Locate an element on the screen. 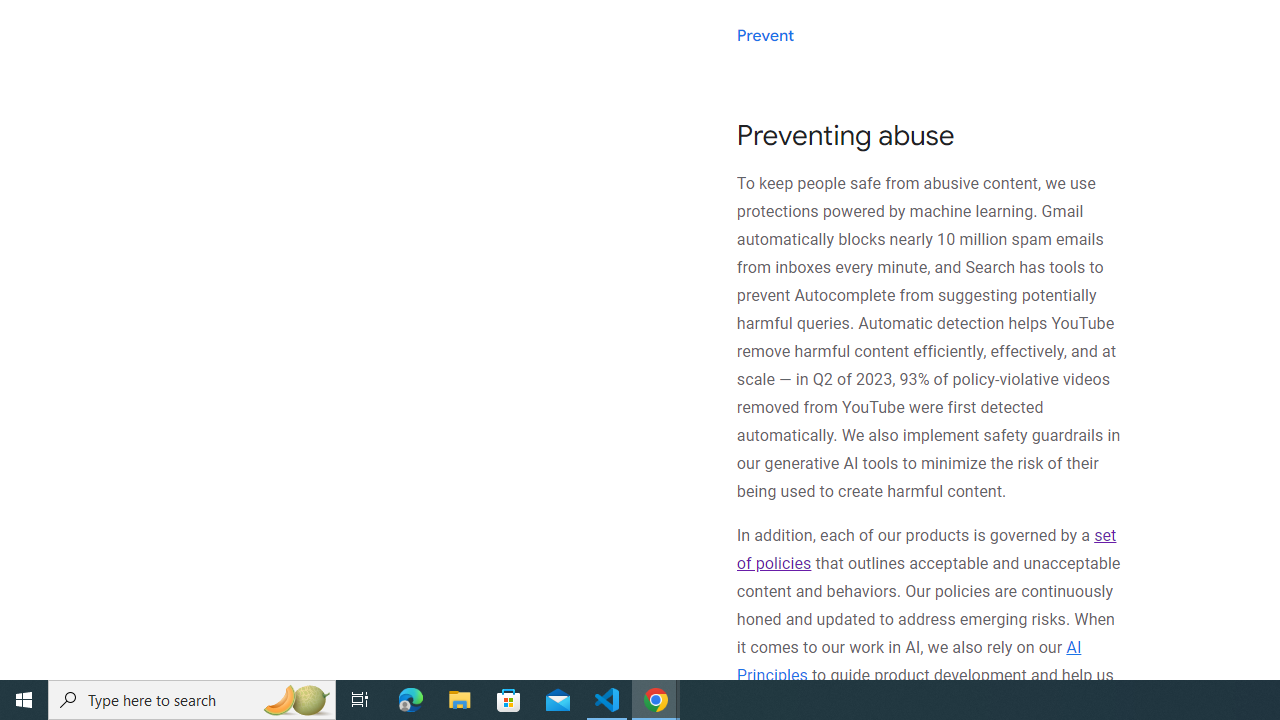 The image size is (1280, 720). 'set of policies' is located at coordinates (925, 549).